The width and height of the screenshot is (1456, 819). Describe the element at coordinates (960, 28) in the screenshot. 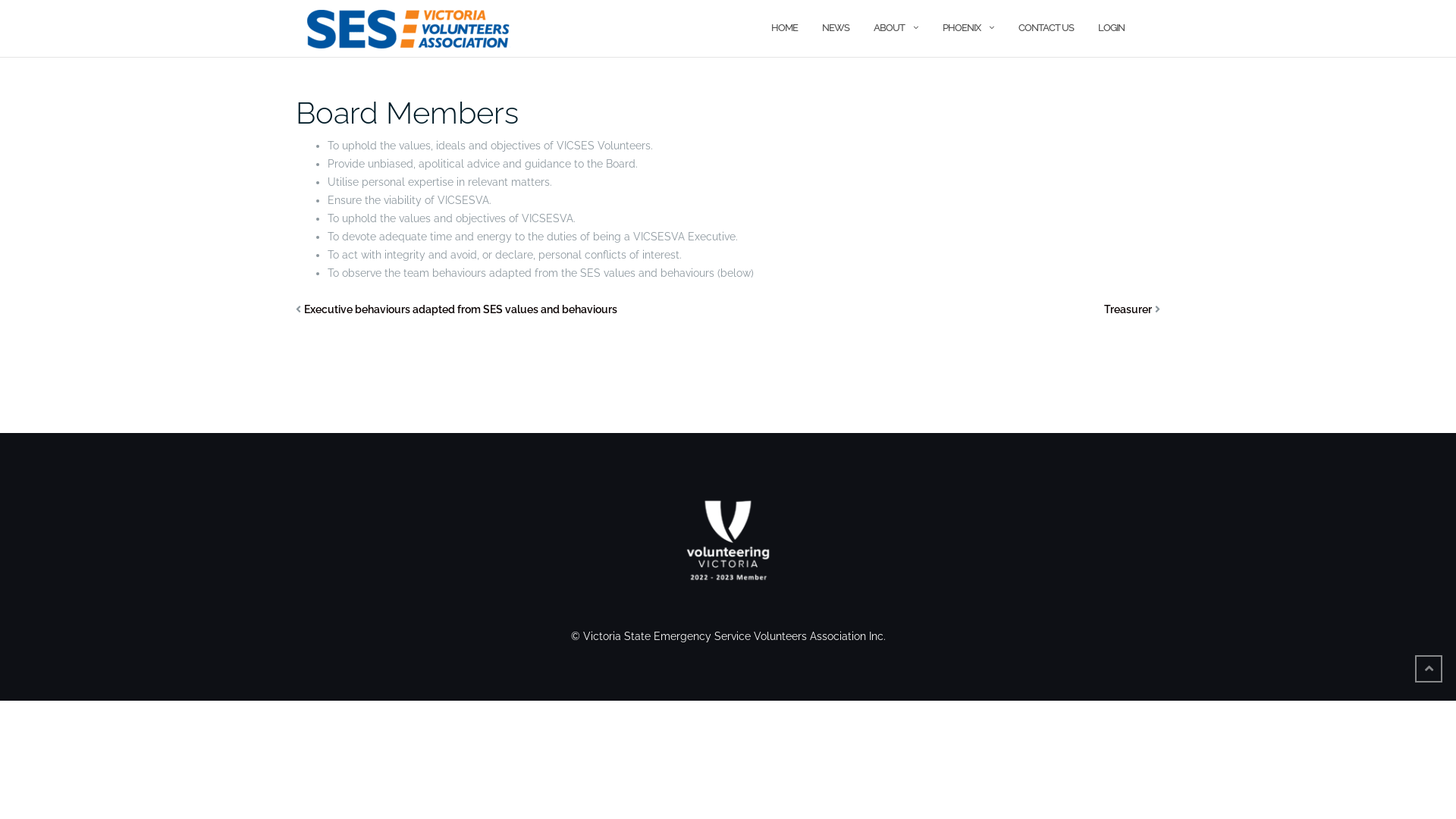

I see `'PHOENIX'` at that location.